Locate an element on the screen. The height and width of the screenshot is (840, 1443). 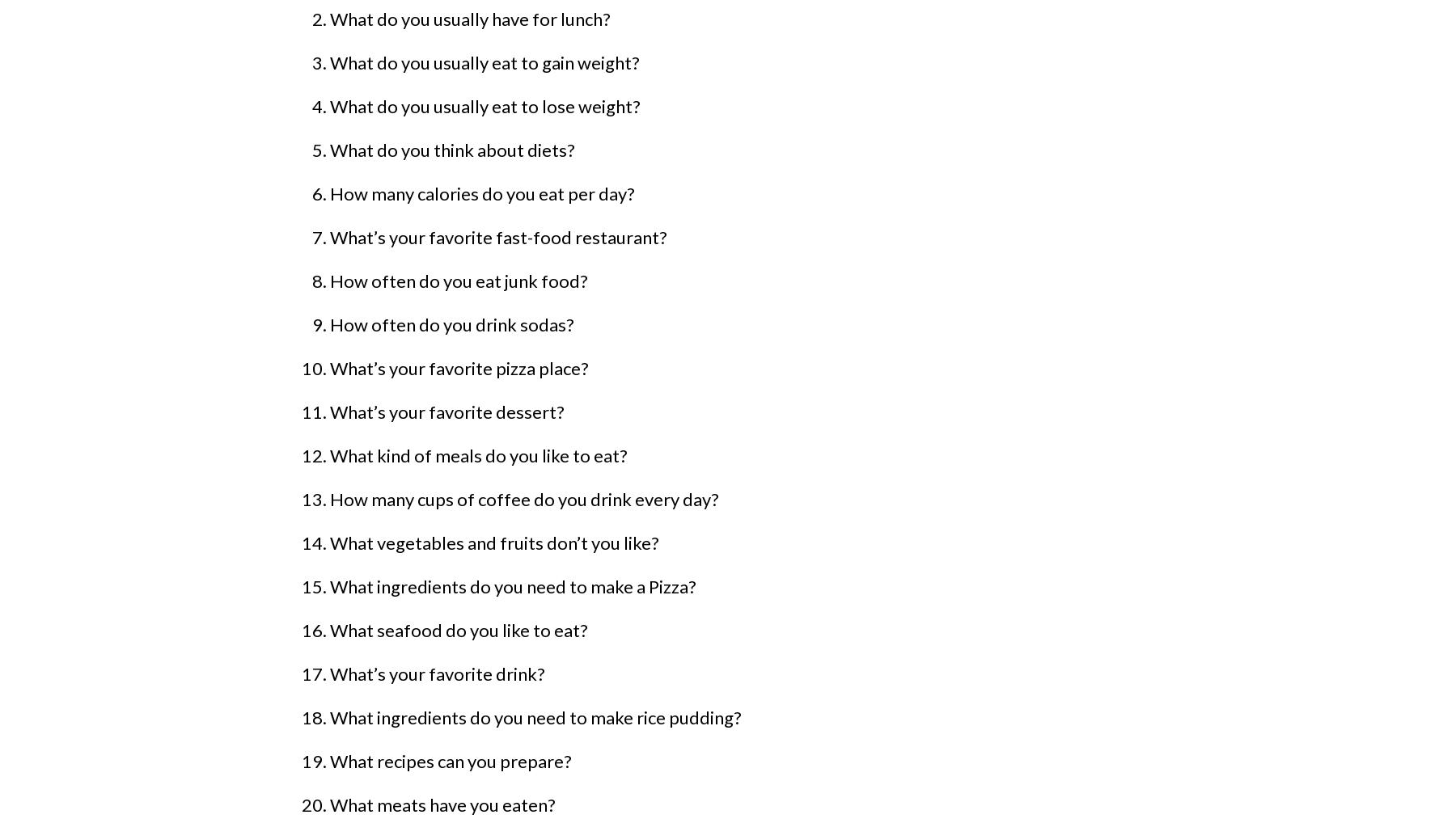
'What meats have you eaten?' is located at coordinates (329, 804).